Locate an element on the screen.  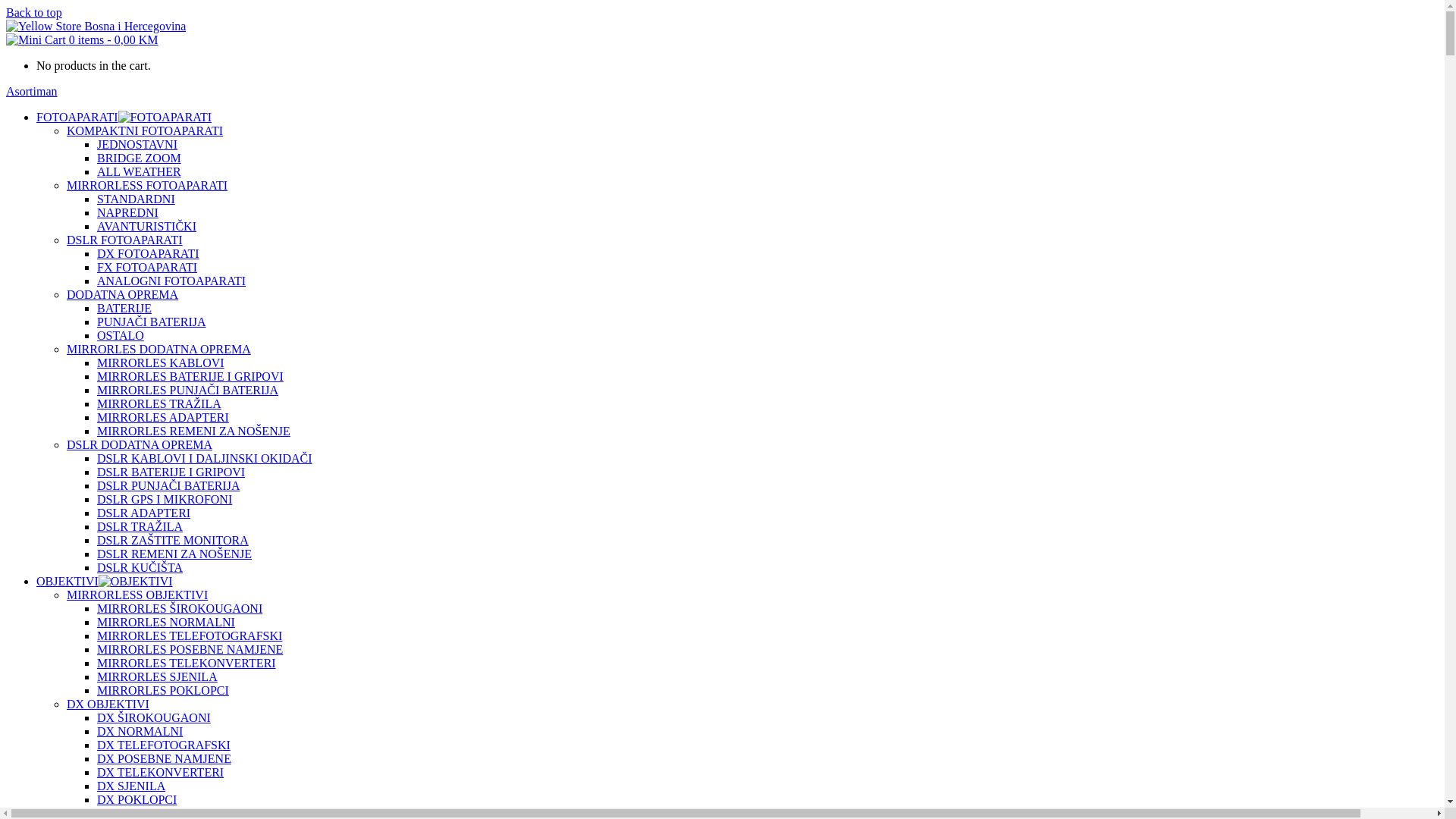
'Back to top' is located at coordinates (33, 12).